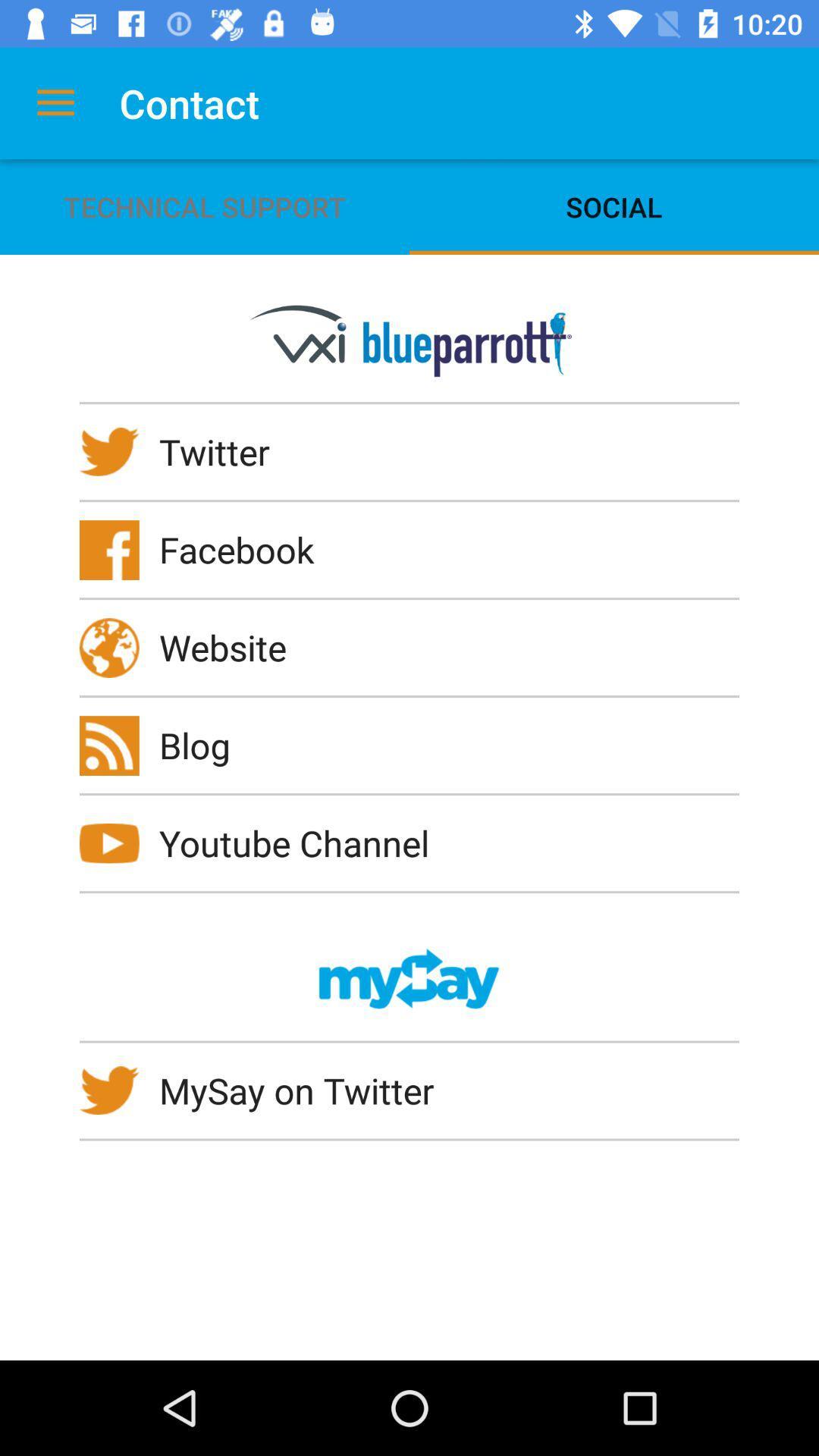 The image size is (819, 1456). I want to click on website item, so click(233, 647).